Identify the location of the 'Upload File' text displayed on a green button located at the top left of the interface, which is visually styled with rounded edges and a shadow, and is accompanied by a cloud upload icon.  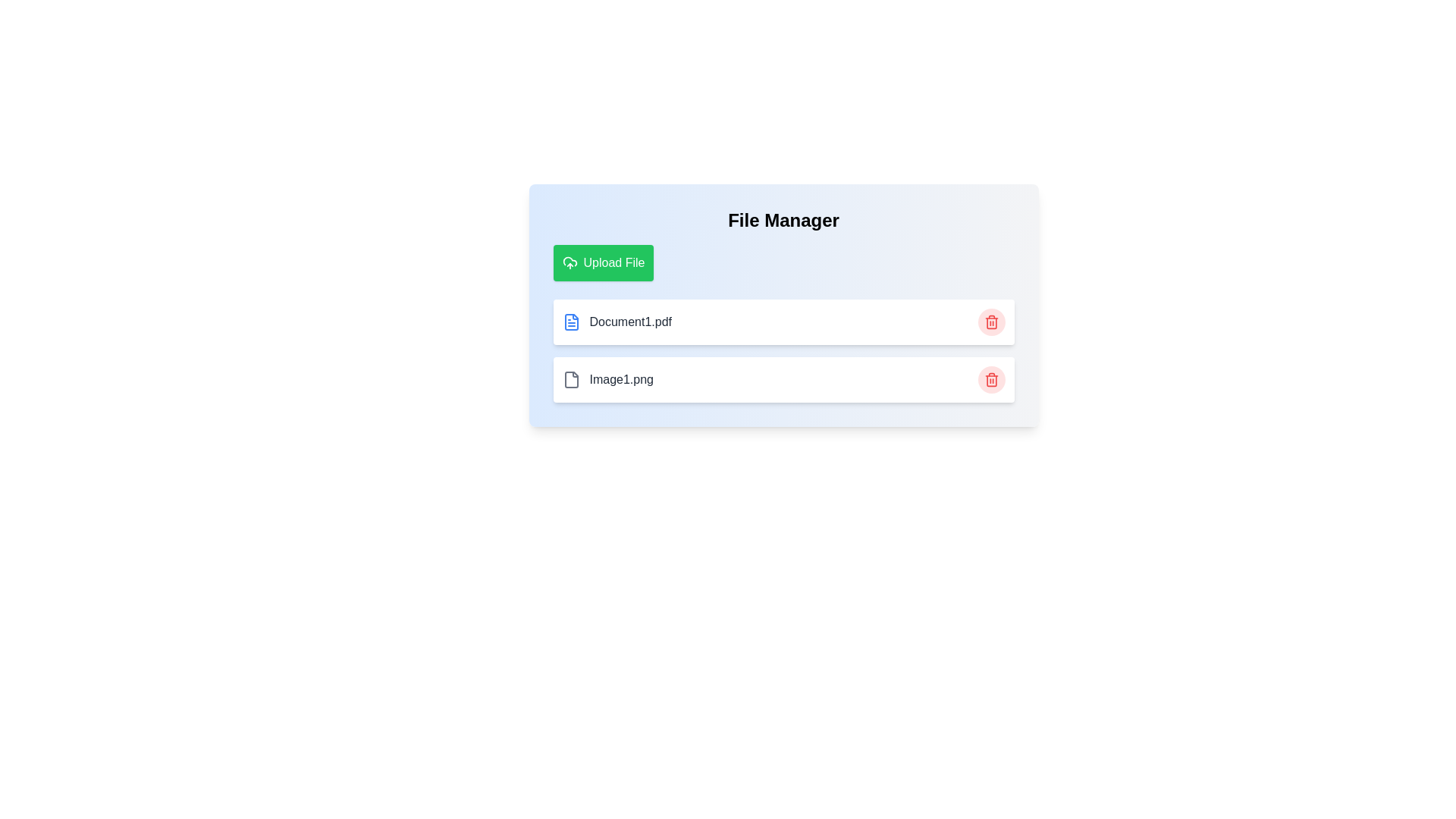
(614, 262).